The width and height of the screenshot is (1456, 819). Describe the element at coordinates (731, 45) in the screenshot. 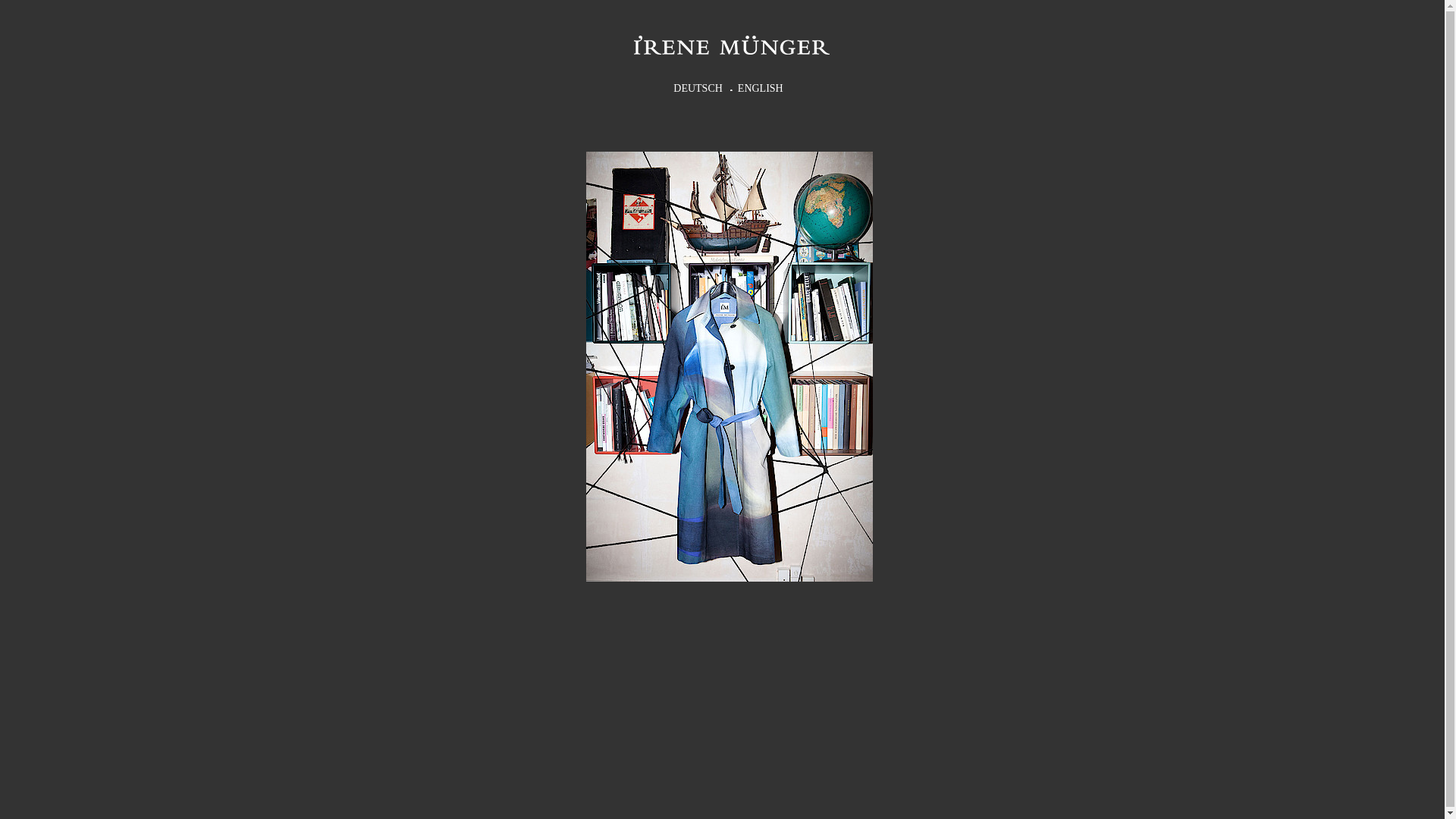

I see `'Firmenname'` at that location.